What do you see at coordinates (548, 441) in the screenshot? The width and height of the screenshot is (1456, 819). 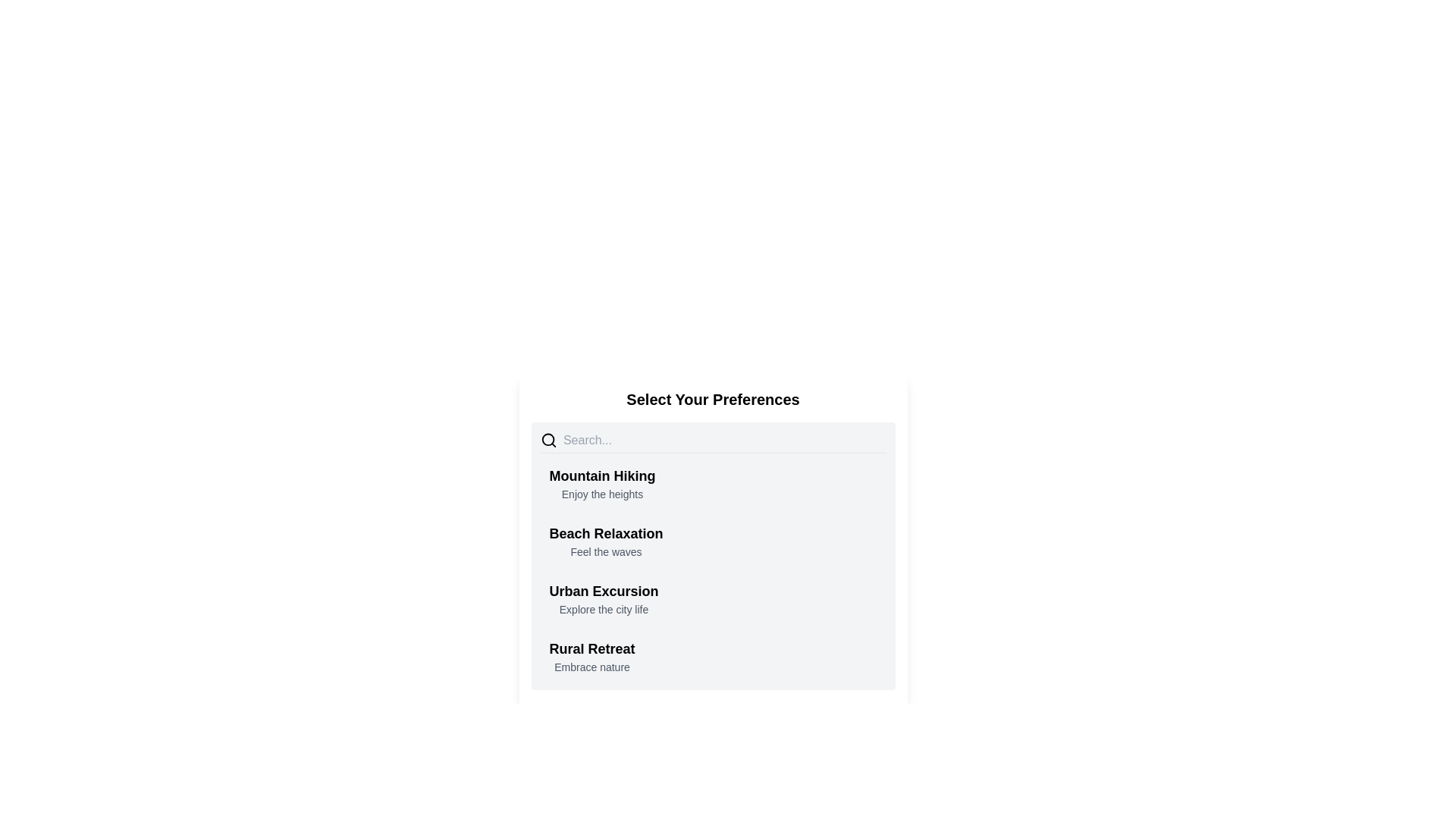 I see `the search icon located at the leftmost side of the search field layout, which serves as a visual indicator for the search feature` at bounding box center [548, 441].